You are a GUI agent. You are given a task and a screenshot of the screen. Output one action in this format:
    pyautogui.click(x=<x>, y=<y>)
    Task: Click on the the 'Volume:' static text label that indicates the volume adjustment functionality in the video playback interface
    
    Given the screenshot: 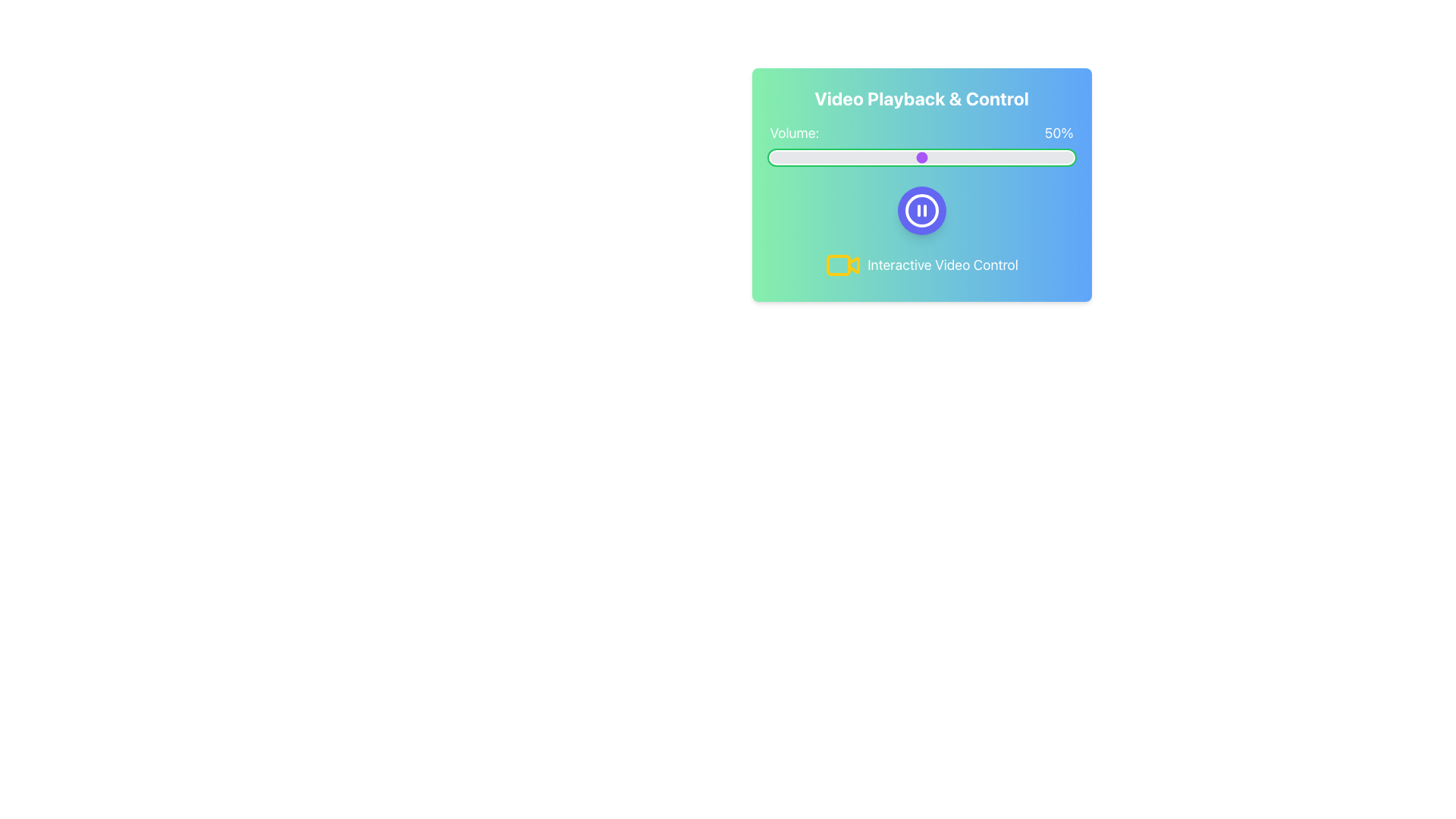 What is the action you would take?
    pyautogui.click(x=793, y=133)
    